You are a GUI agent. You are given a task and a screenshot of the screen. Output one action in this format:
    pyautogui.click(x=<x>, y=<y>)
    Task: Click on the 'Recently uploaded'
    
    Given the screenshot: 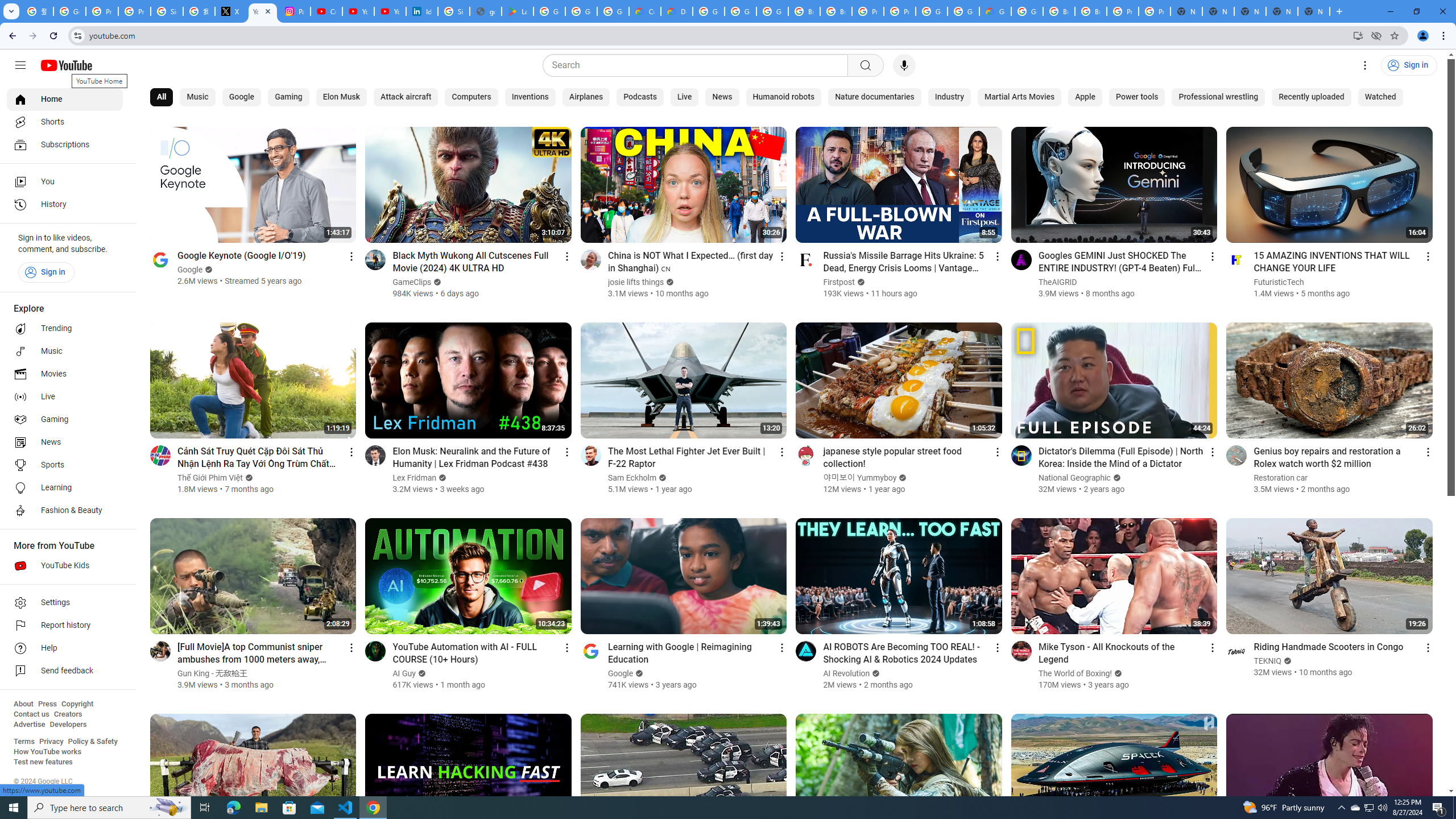 What is the action you would take?
    pyautogui.click(x=1310, y=97)
    